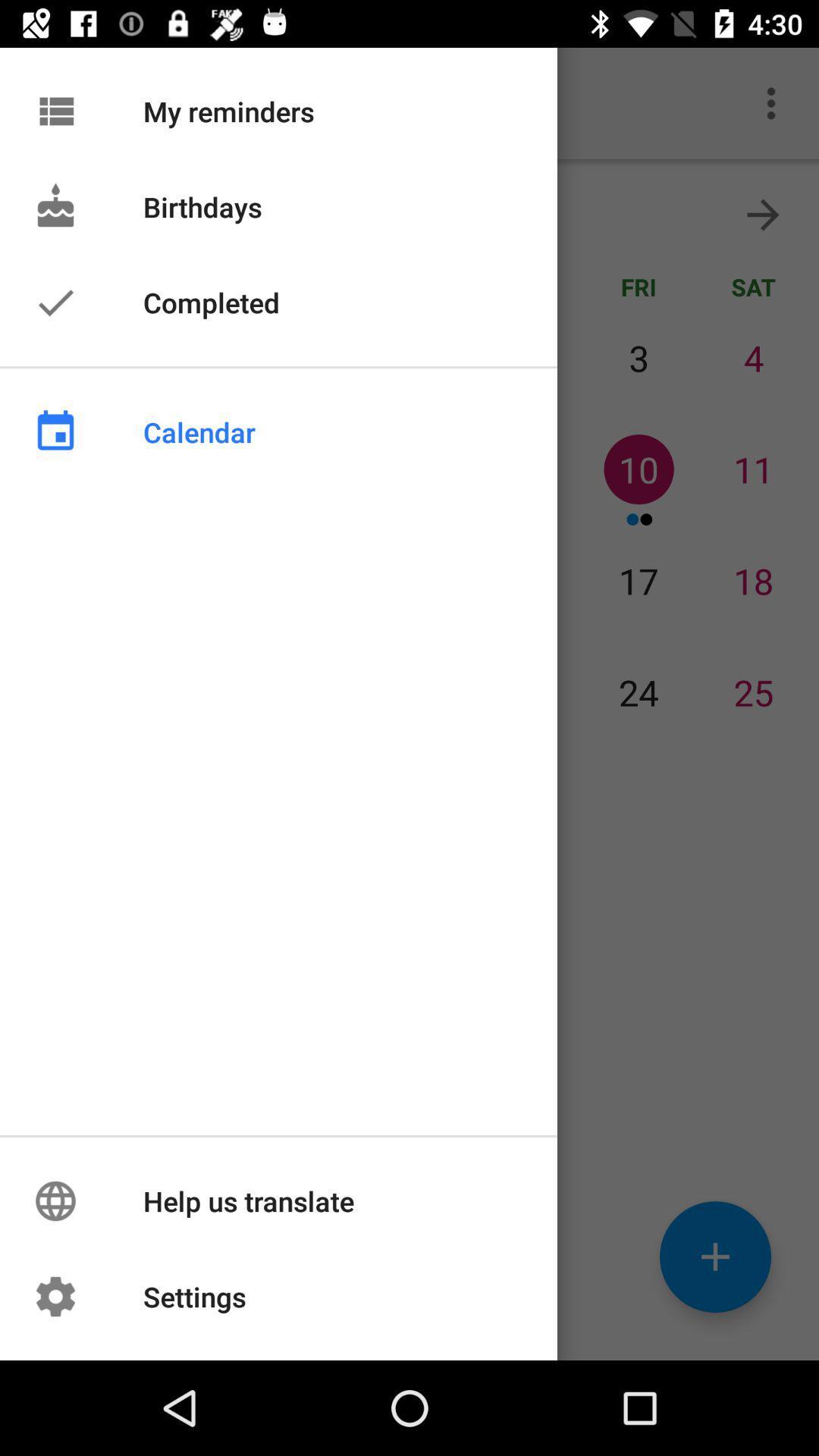 This screenshot has width=819, height=1456. I want to click on the add icon, so click(715, 1257).